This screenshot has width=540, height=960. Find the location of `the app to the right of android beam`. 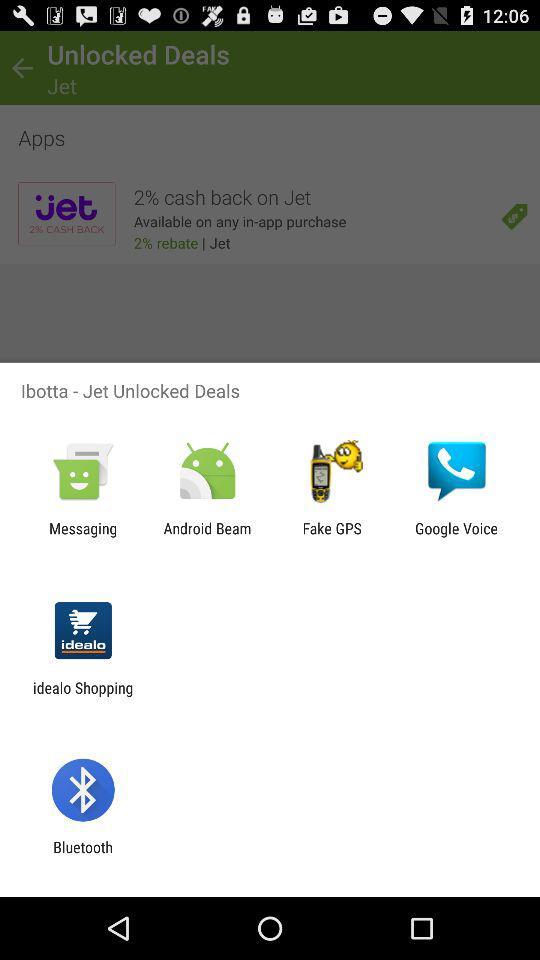

the app to the right of android beam is located at coordinates (332, 536).